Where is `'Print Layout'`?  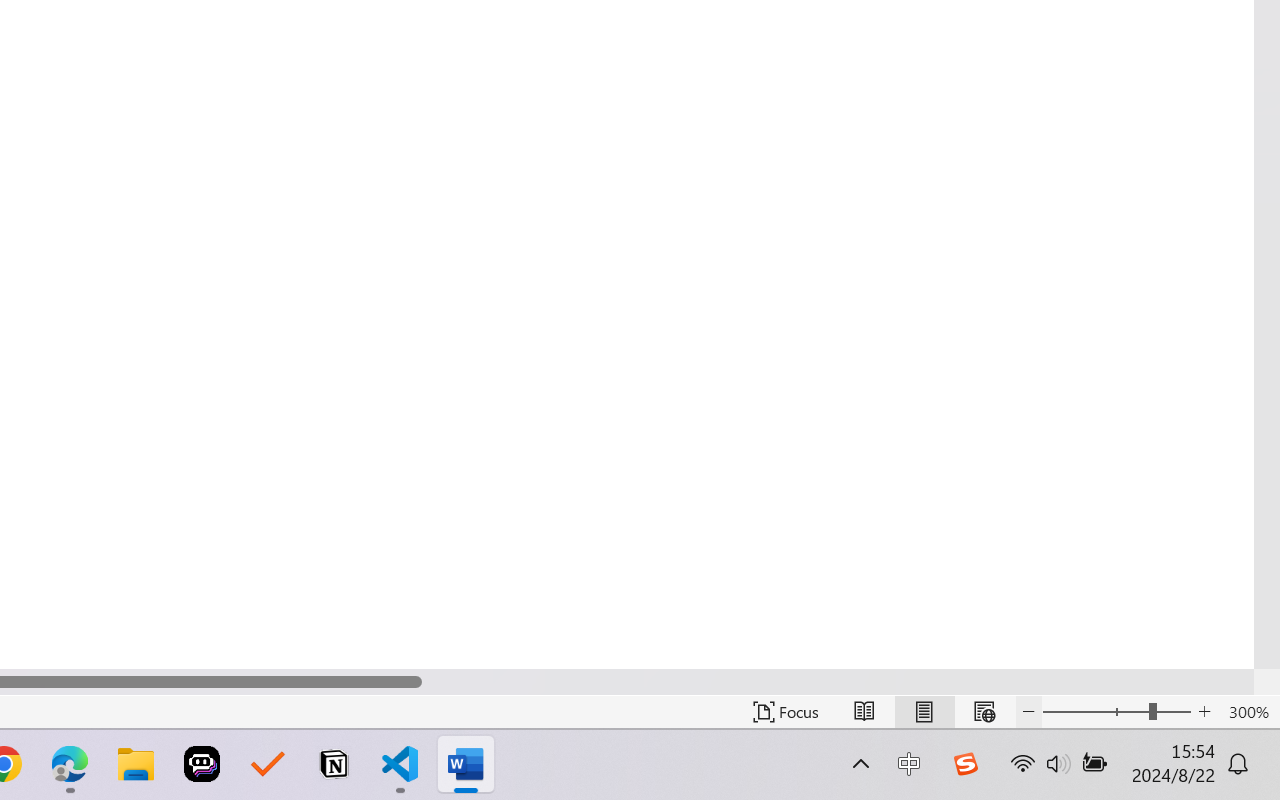
'Print Layout' is located at coordinates (923, 711).